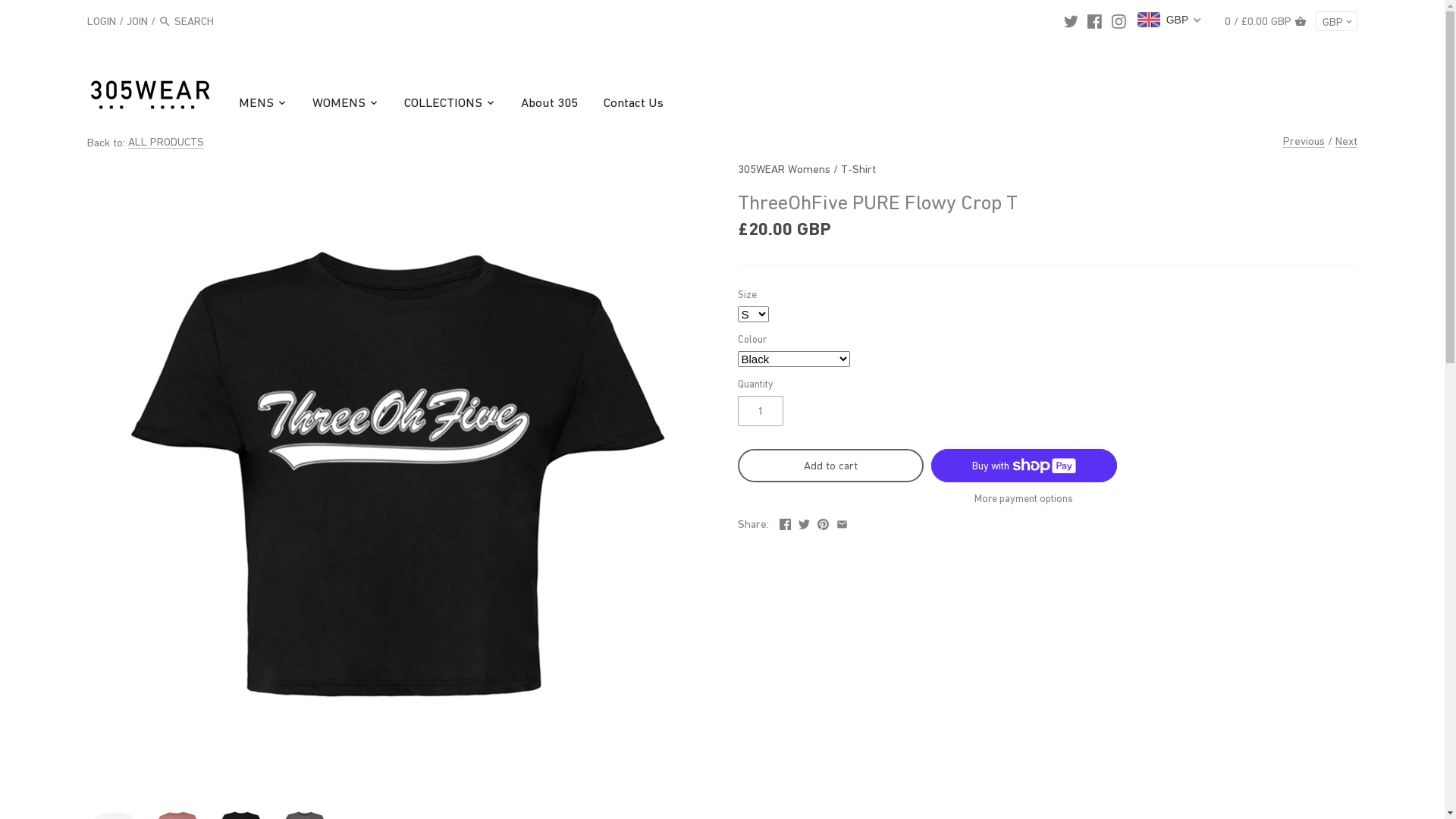  Describe the element at coordinates (633, 104) in the screenshot. I see `'Contact Us'` at that location.